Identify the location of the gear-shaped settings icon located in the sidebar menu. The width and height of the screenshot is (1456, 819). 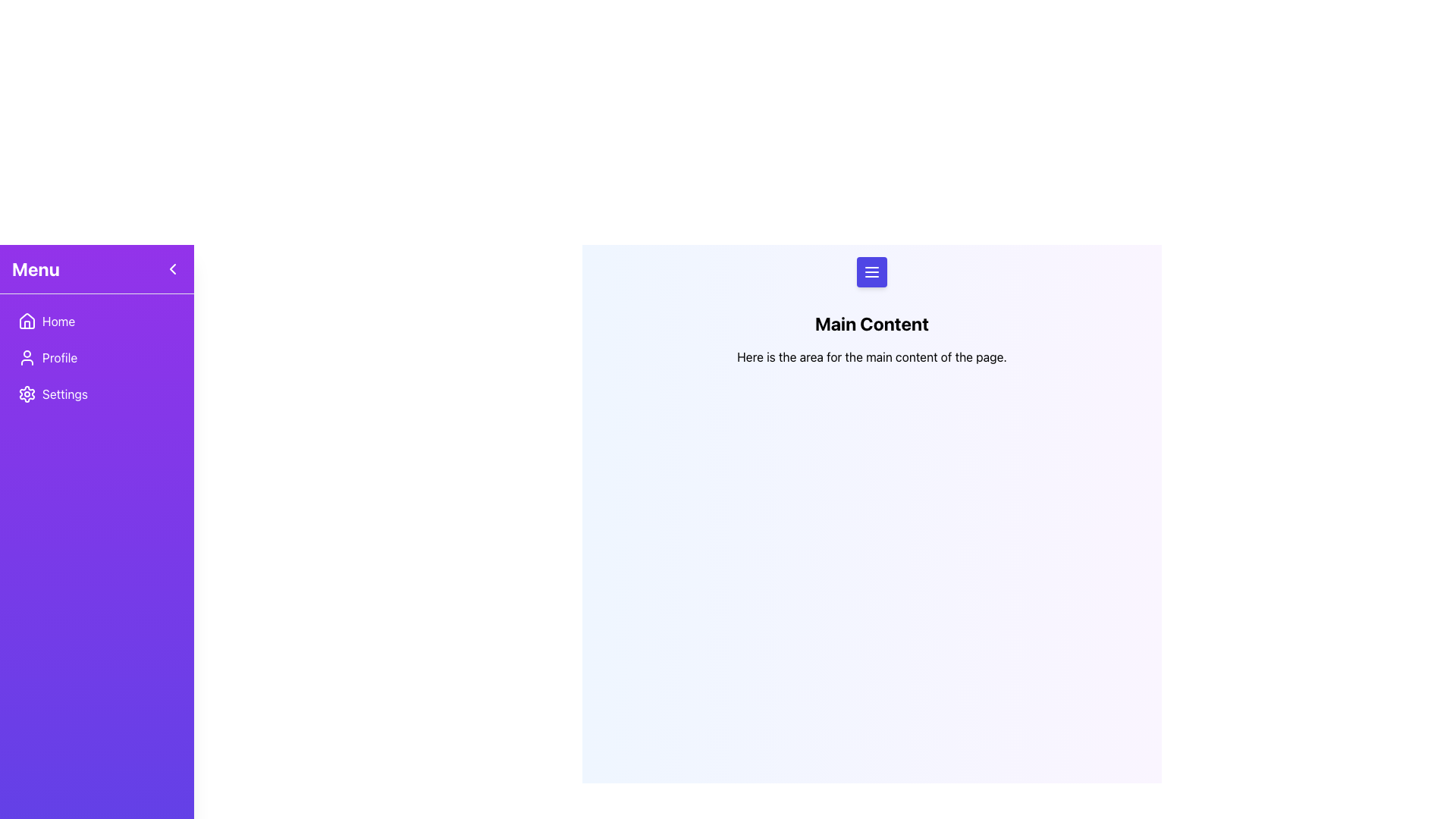
(27, 394).